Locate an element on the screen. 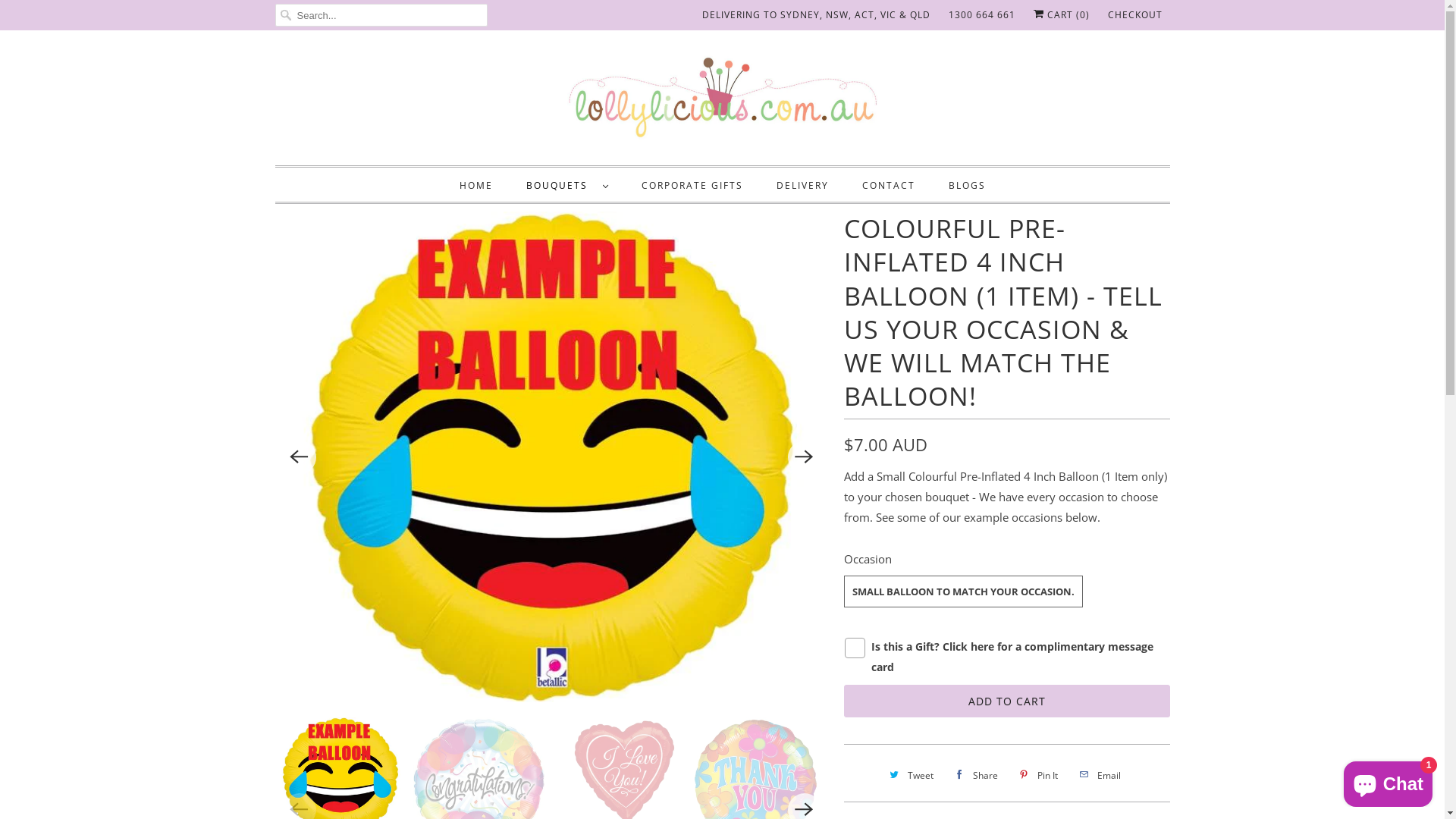 This screenshot has width=1456, height=819. 'CHECKOUT' is located at coordinates (1106, 14).